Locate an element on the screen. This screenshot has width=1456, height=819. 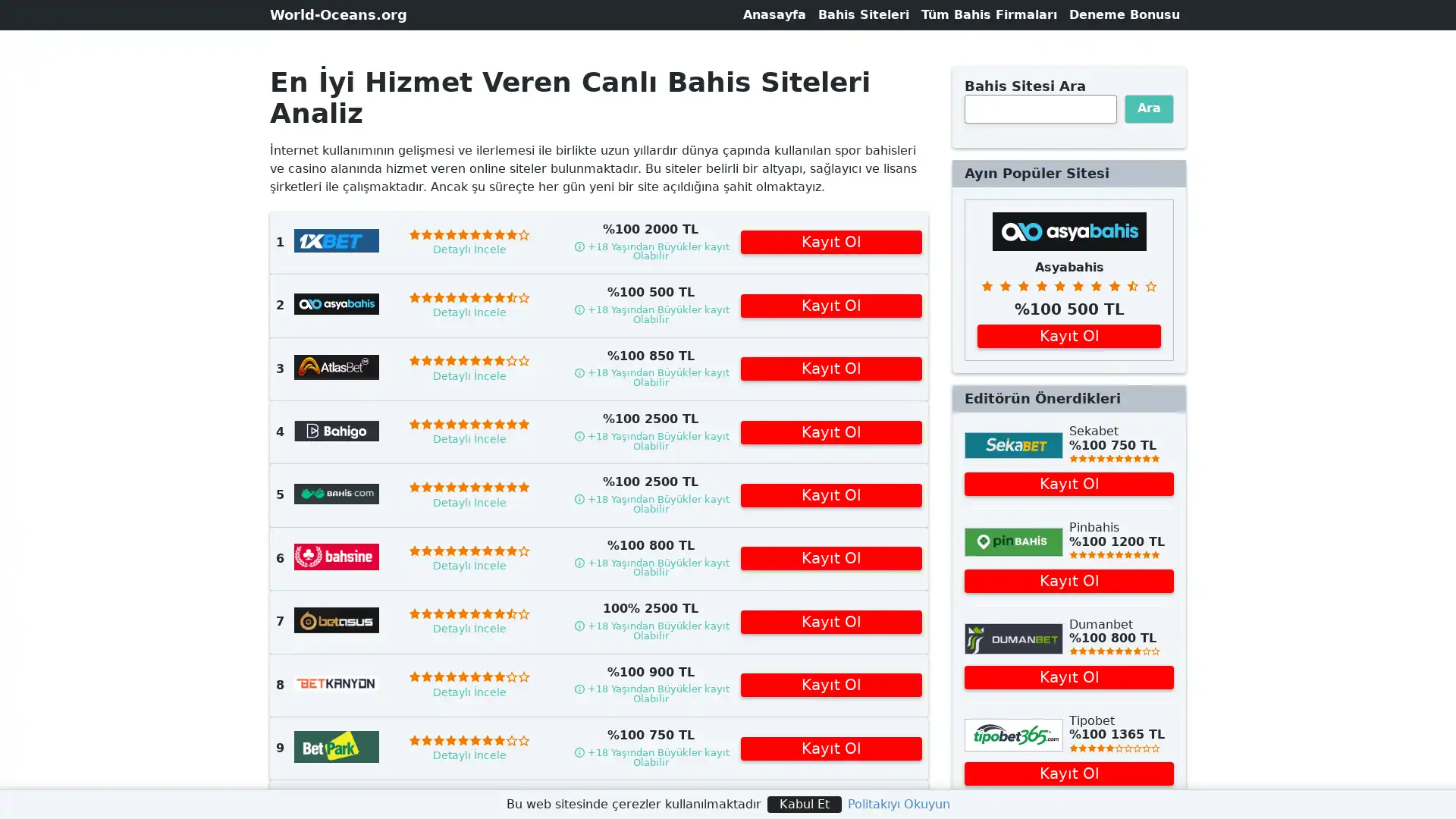
Ara is located at coordinates (1149, 107).